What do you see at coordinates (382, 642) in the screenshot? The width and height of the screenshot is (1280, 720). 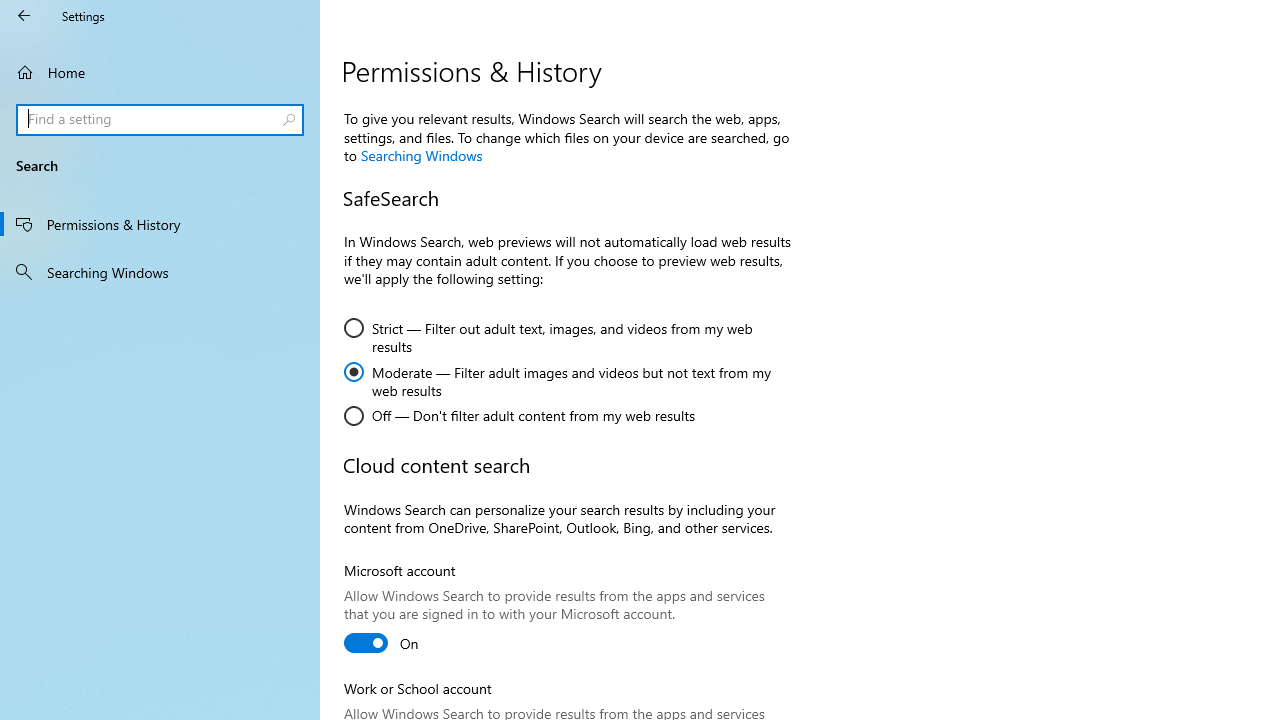 I see `'Microsoft account'` at bounding box center [382, 642].